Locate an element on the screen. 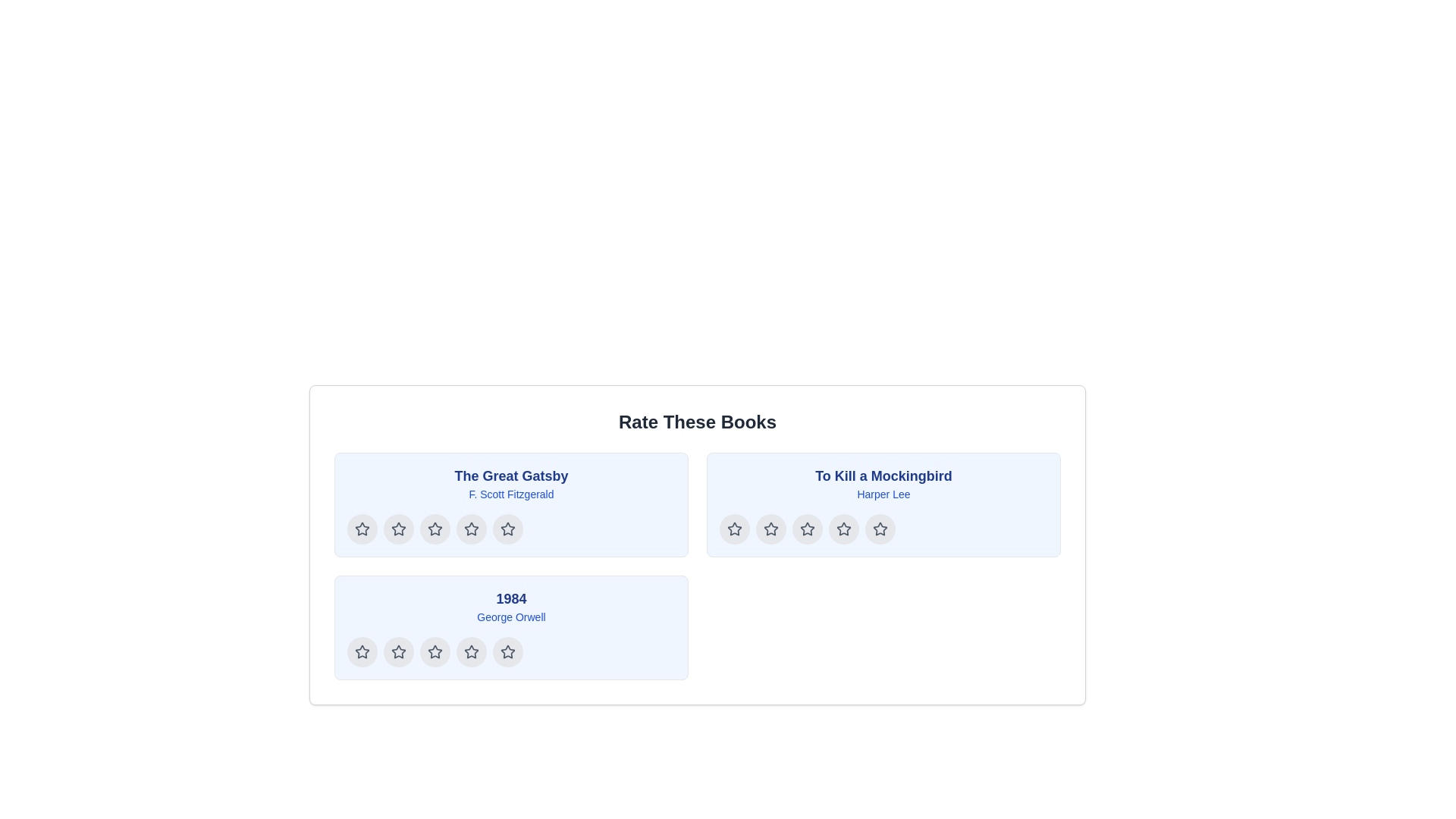  the fifth rating star button under the book titled 'The Great Gatsby' is located at coordinates (508, 529).